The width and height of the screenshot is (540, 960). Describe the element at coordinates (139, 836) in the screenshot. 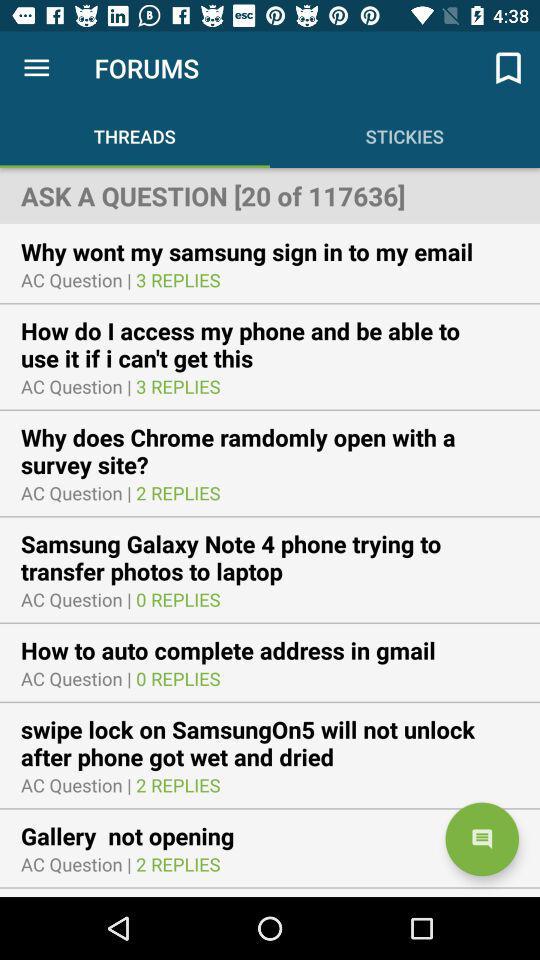

I see `gallery  not opening item` at that location.